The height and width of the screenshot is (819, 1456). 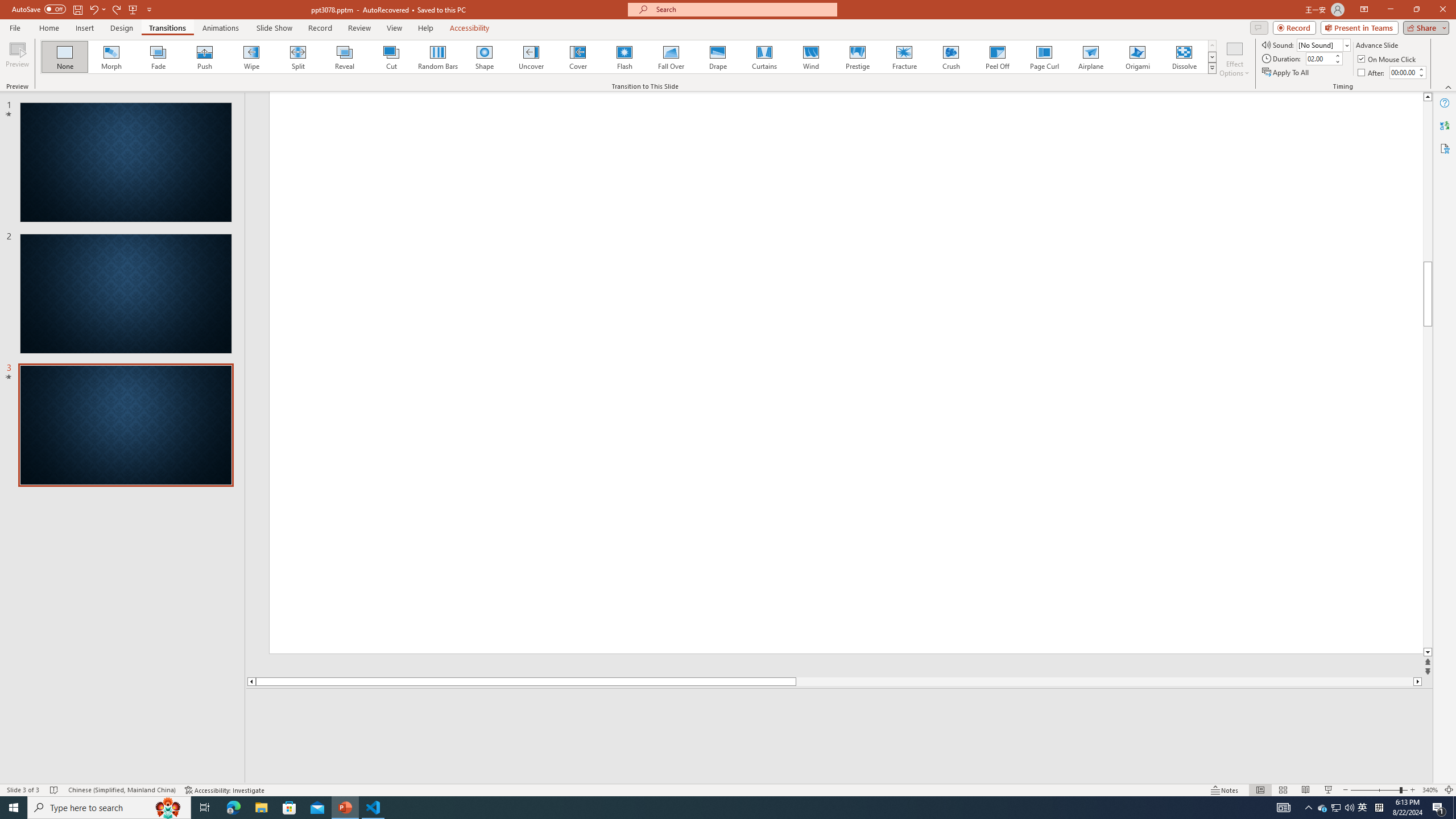 I want to click on 'Drape', so click(x=717, y=56).